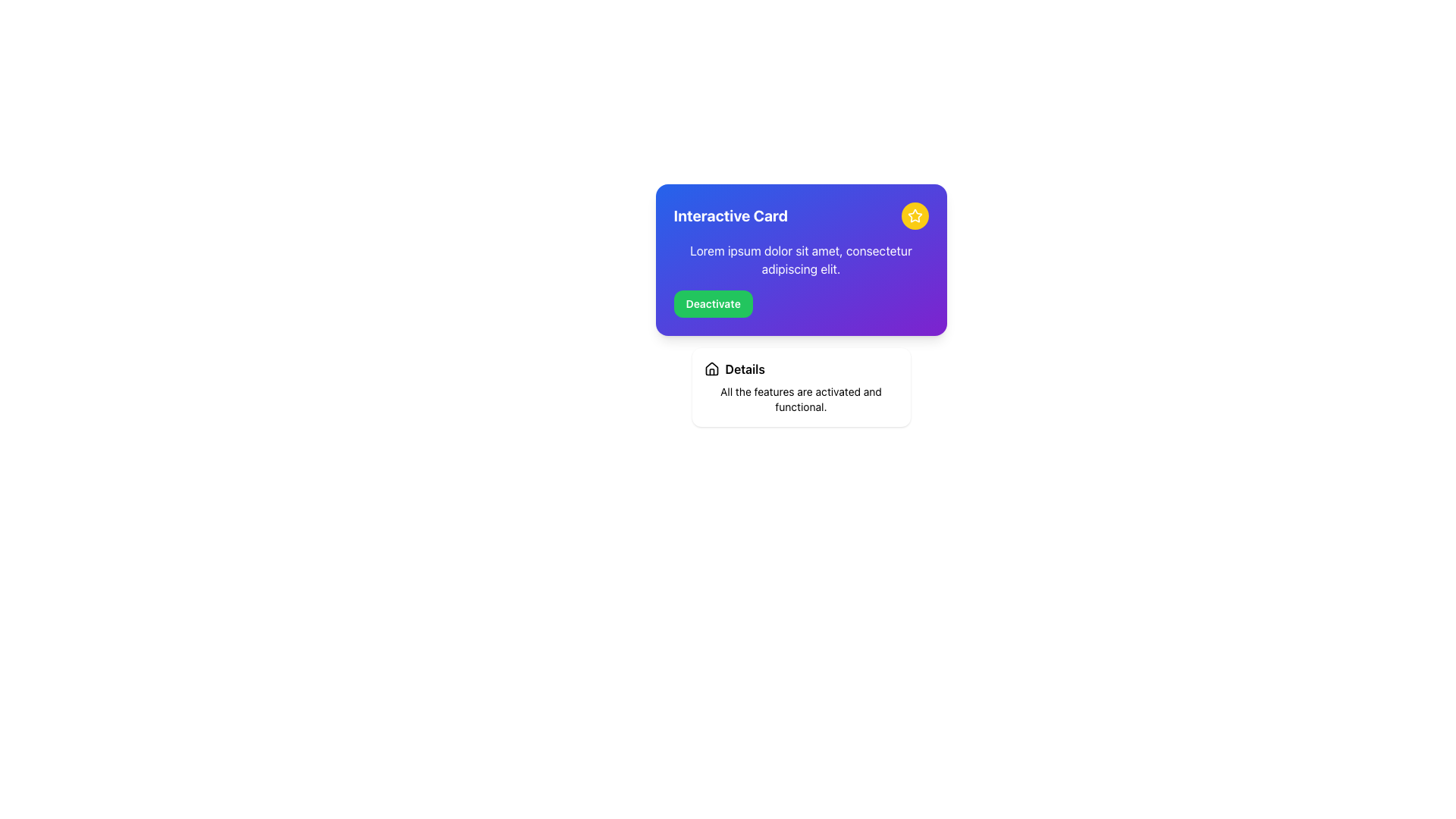  What do you see at coordinates (914, 216) in the screenshot?
I see `the button located in the top-right corner of the 'Interactive Card' panel for keyboard interaction` at bounding box center [914, 216].